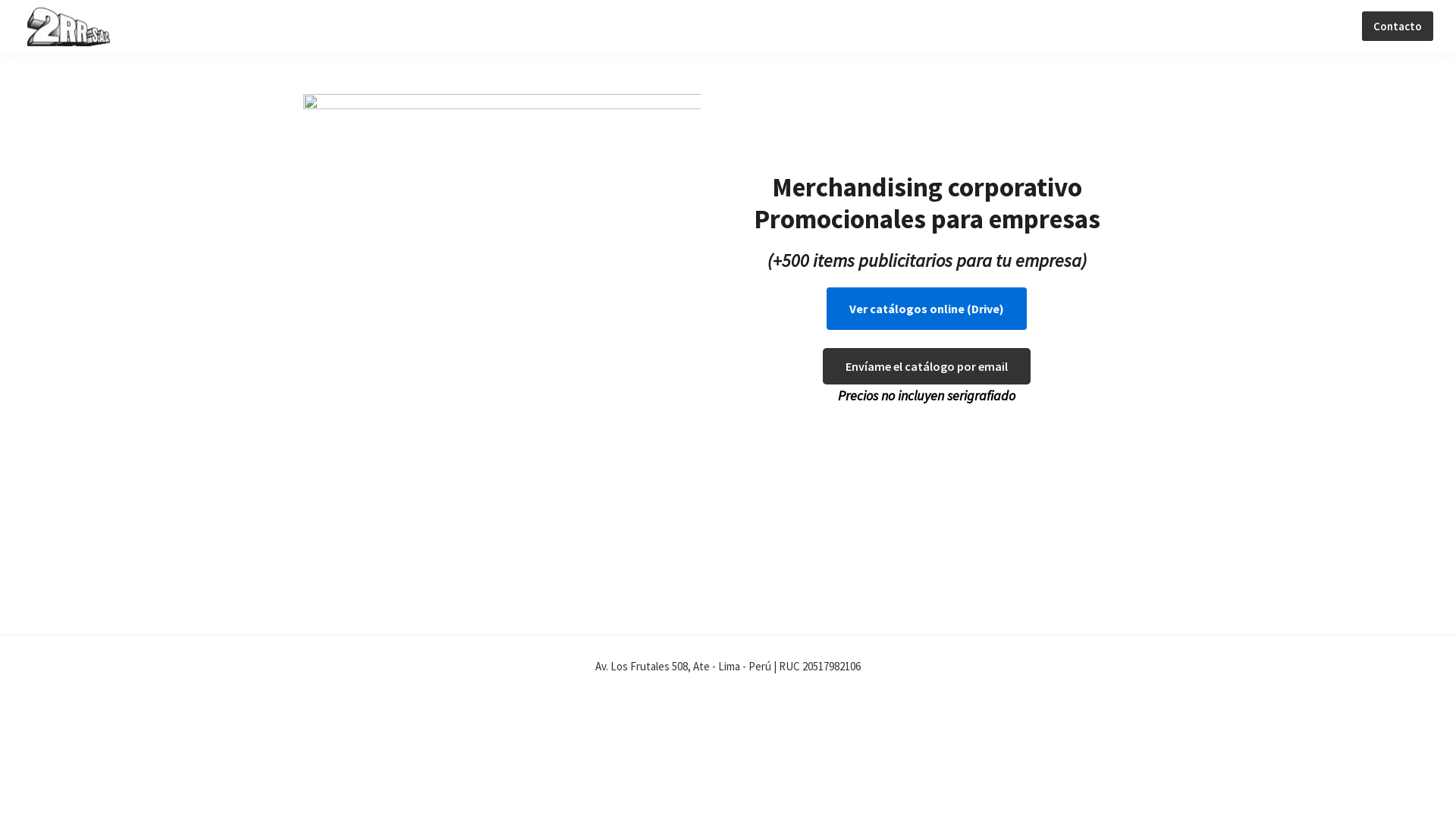  What do you see at coordinates (1397, 26) in the screenshot?
I see `'Contacto'` at bounding box center [1397, 26].